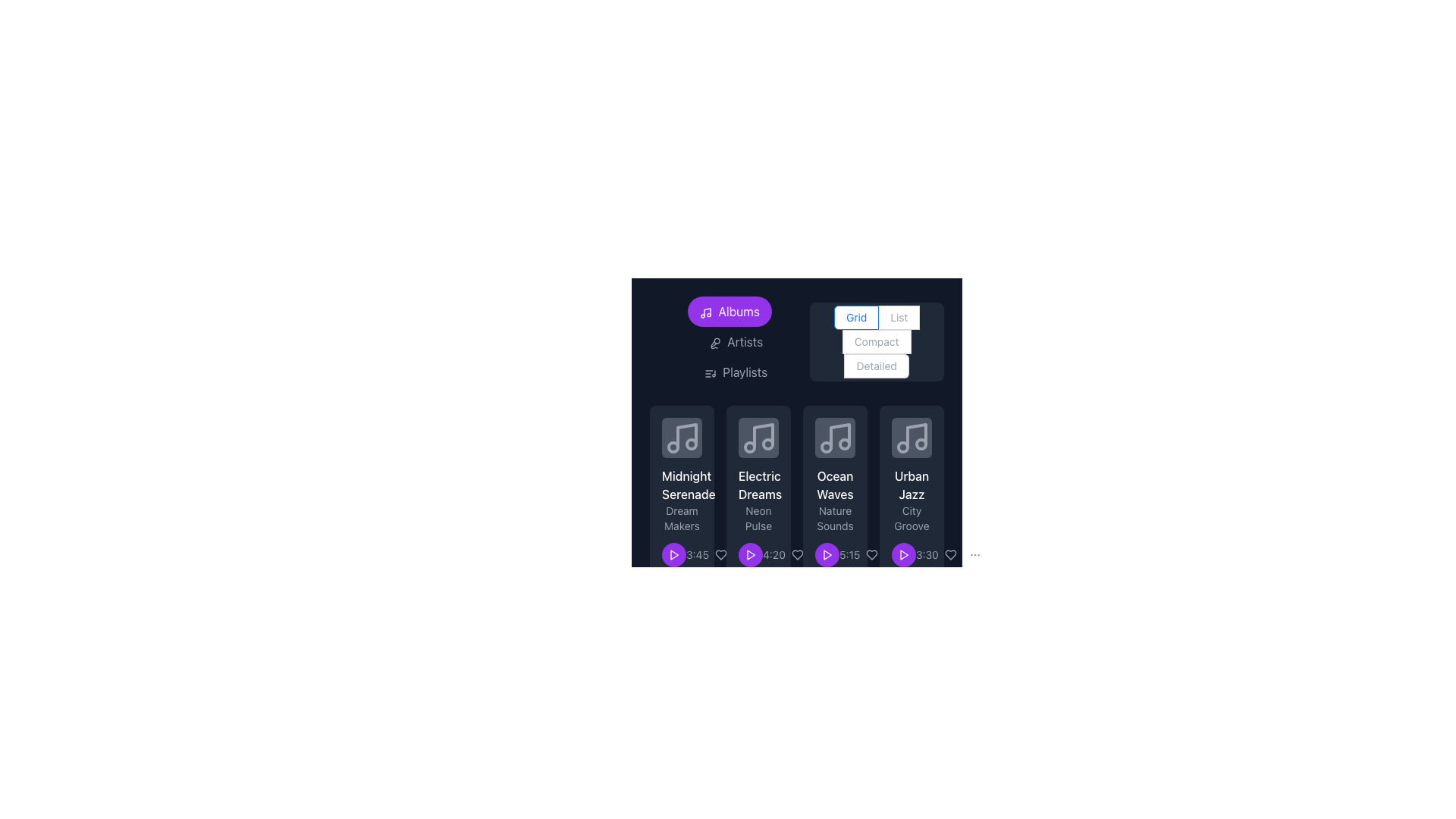 Image resolution: width=1456 pixels, height=819 pixels. What do you see at coordinates (750, 555) in the screenshot?
I see `the second play button from the left, which is a triangular white play icon inside a rounded purple button` at bounding box center [750, 555].